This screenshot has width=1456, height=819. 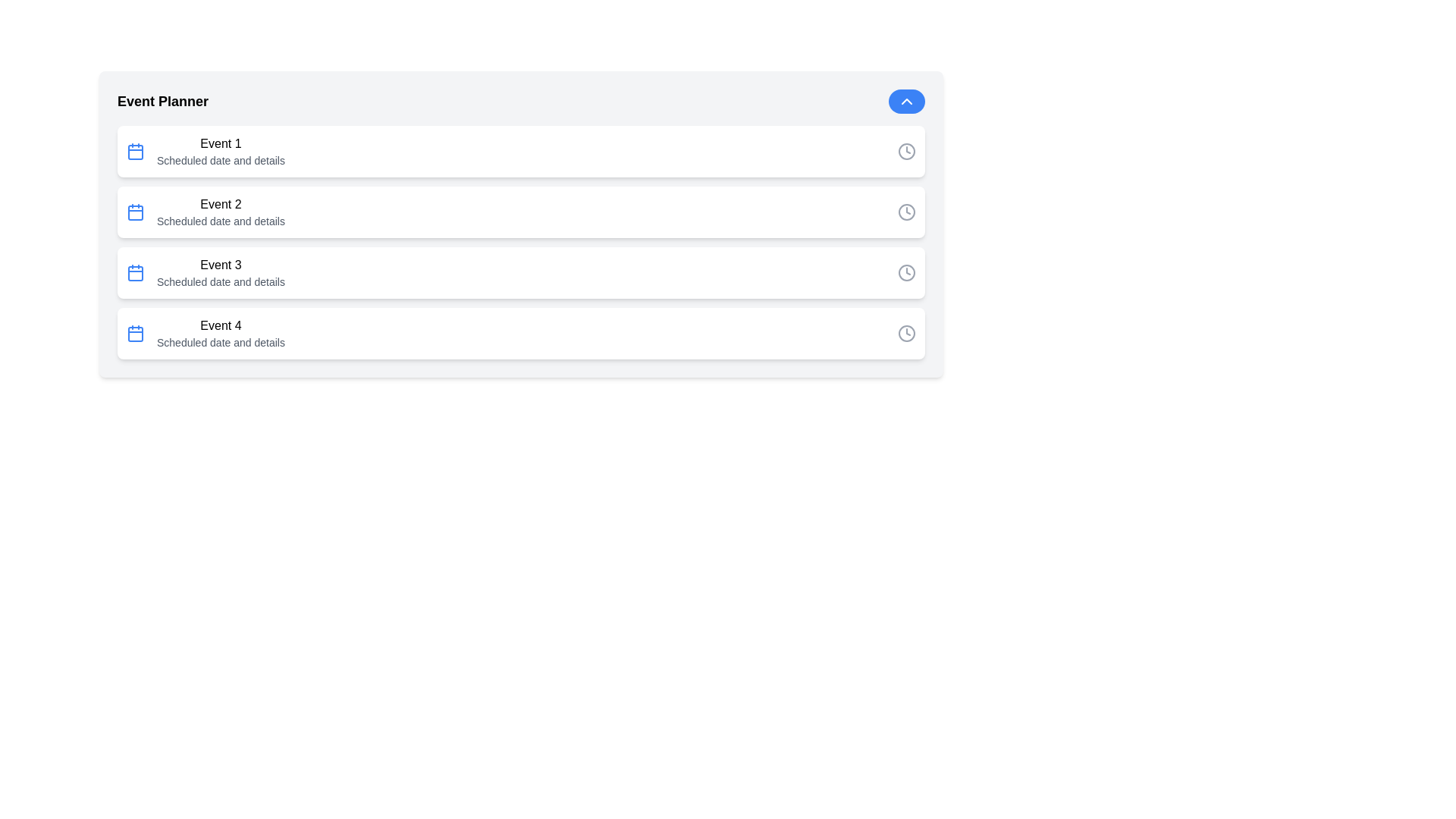 I want to click on the SVG rectangle with rounded corners representing a day or date within the calendar icon, located to the left of 'Event 1' in the event list, so click(x=135, y=152).